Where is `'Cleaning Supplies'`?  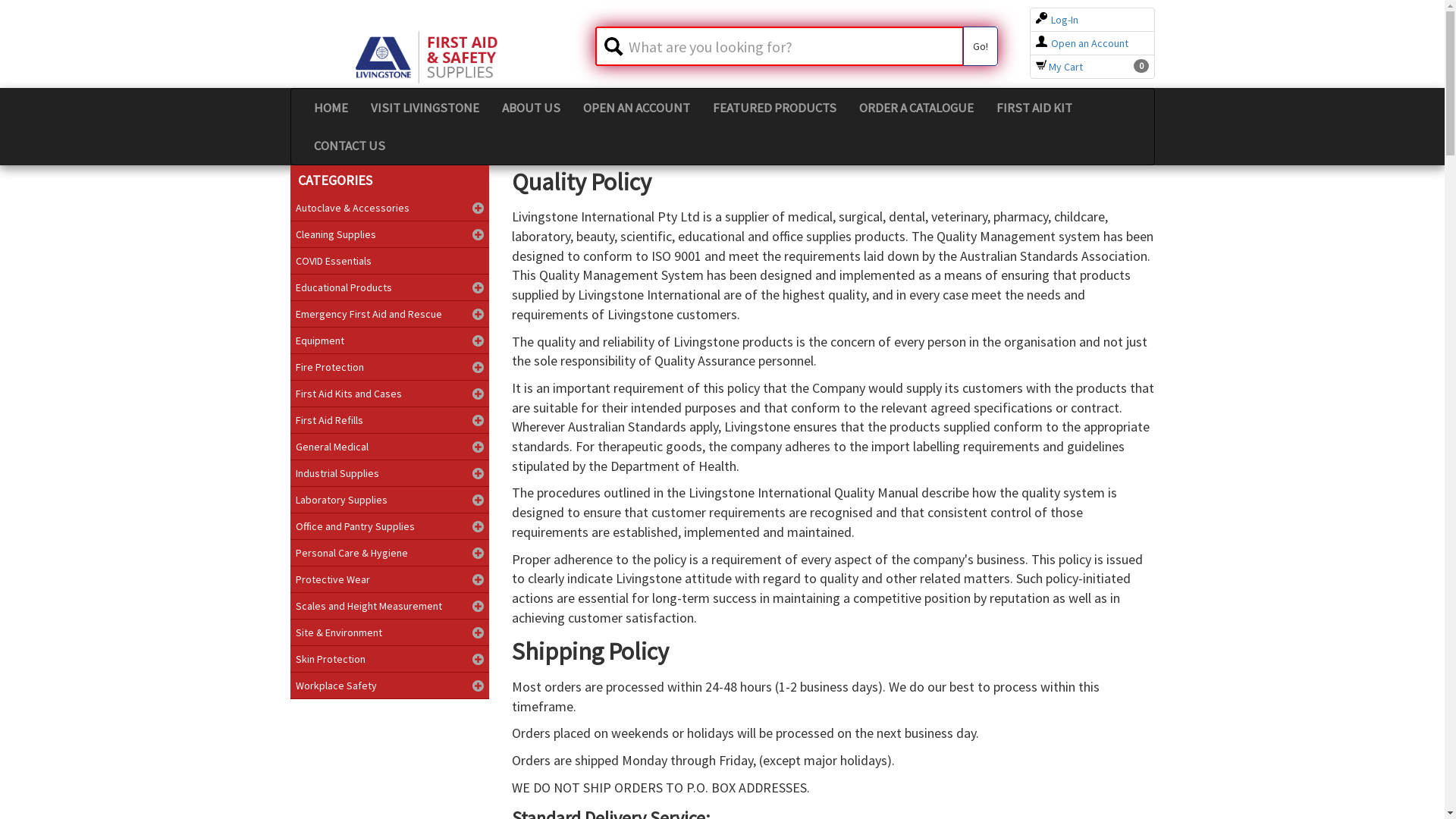
'Cleaning Supplies' is located at coordinates (389, 234).